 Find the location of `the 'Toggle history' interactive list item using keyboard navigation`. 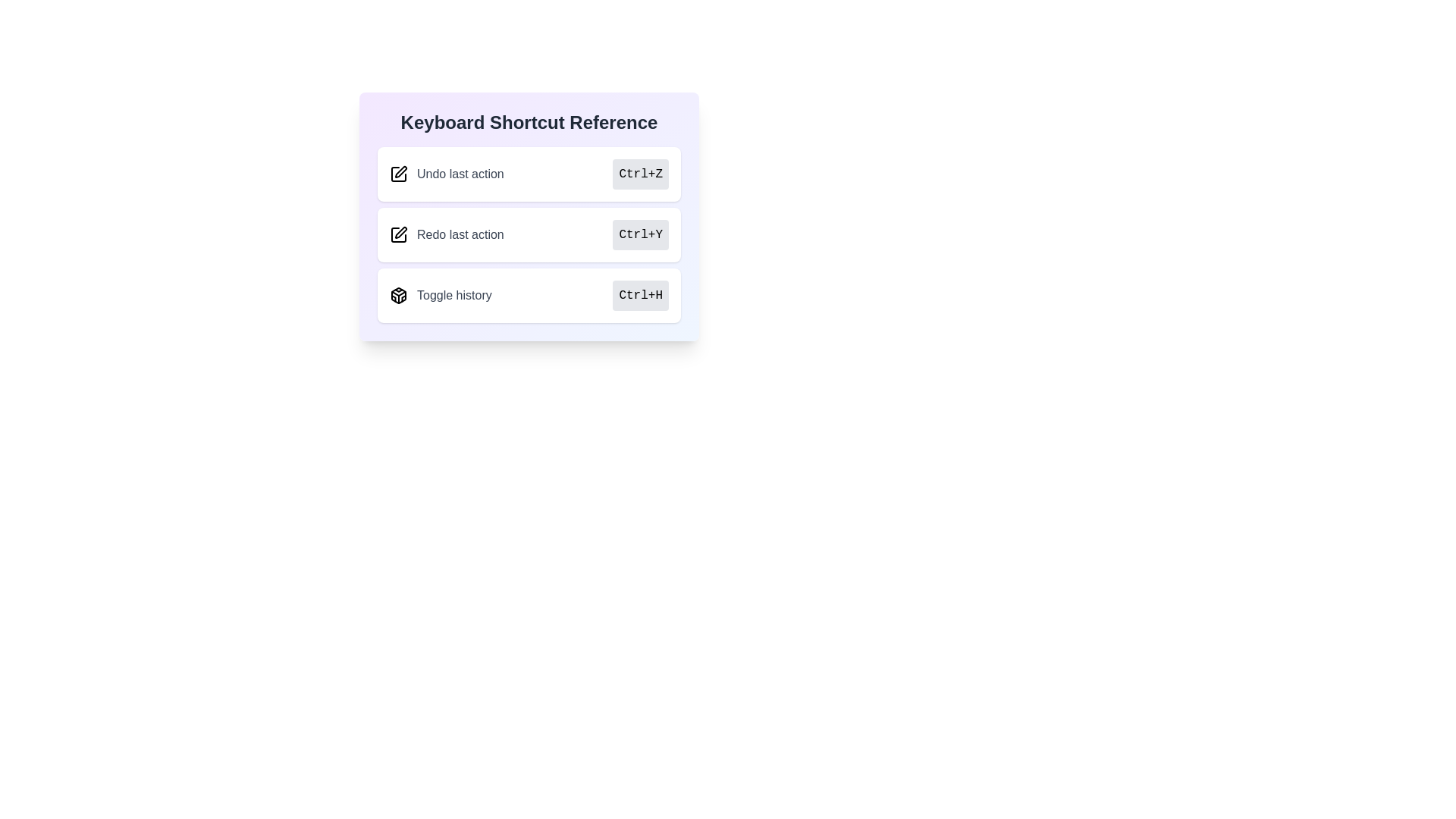

the 'Toggle history' interactive list item using keyboard navigation is located at coordinates (529, 295).